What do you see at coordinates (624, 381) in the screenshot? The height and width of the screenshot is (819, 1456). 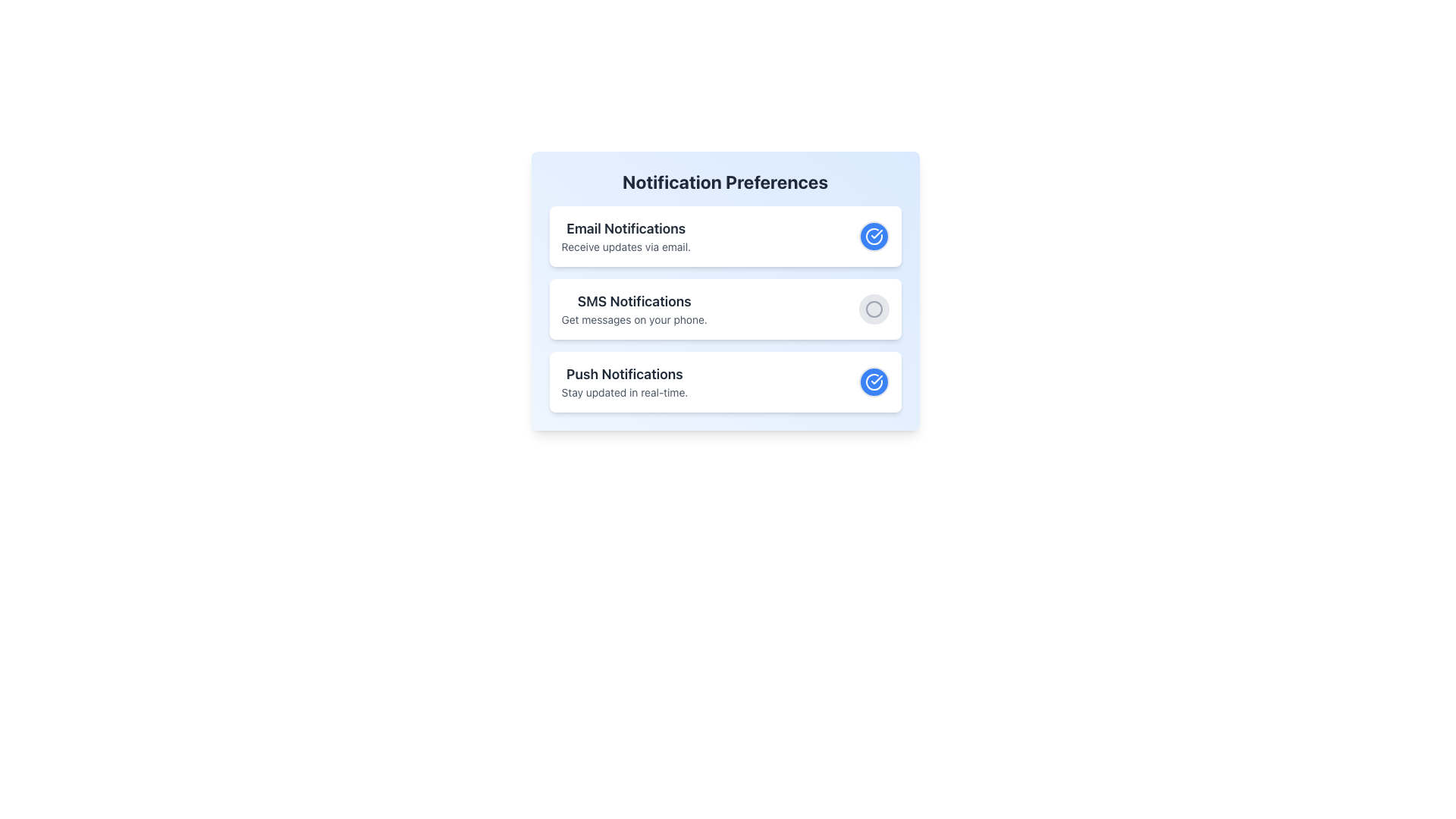 I see `the text block that reads 'Push Notifications' and 'Stay updated in real-time' within the third card from the top in the notification preference cards` at bounding box center [624, 381].